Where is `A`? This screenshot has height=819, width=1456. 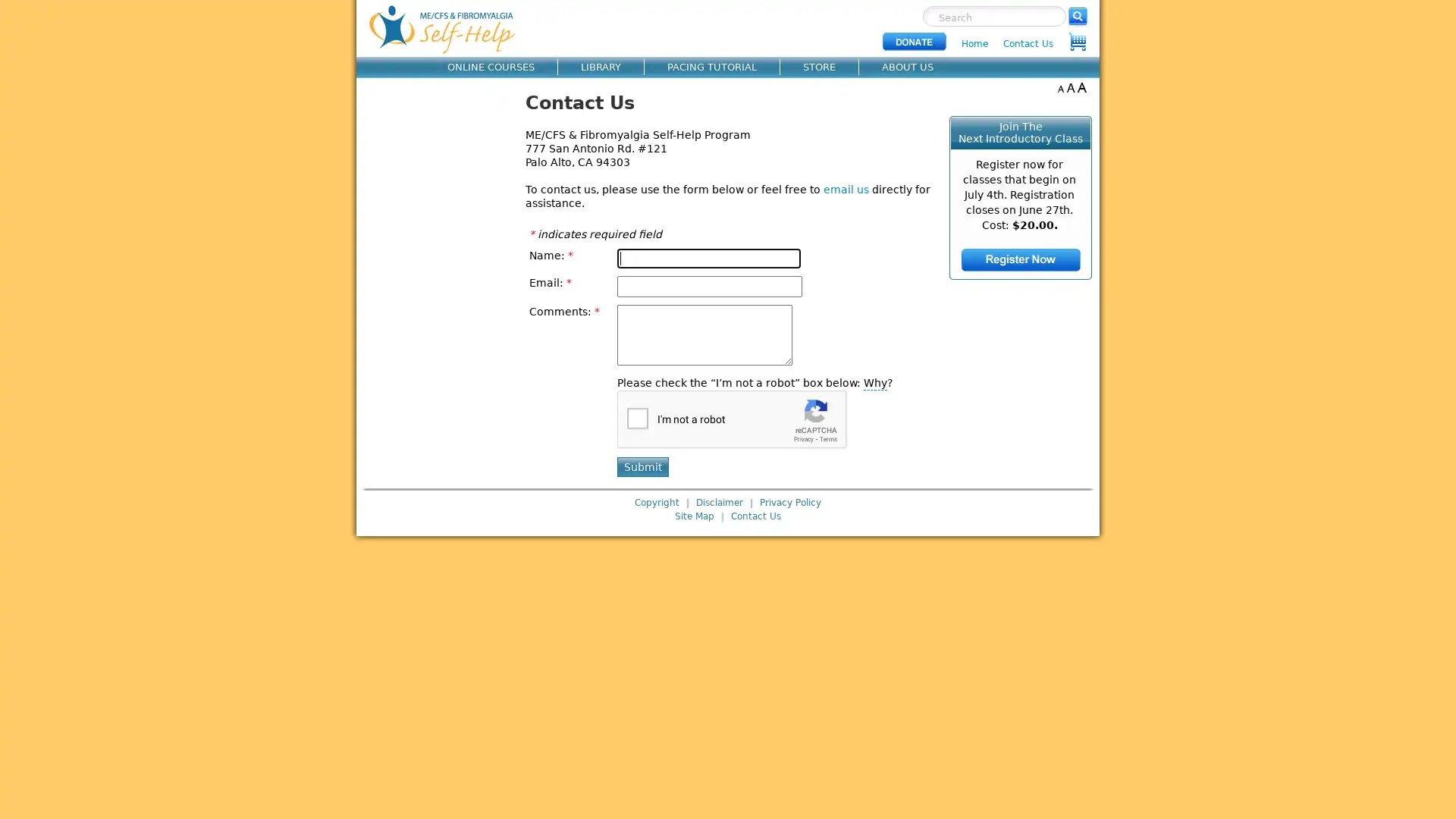 A is located at coordinates (1059, 87).